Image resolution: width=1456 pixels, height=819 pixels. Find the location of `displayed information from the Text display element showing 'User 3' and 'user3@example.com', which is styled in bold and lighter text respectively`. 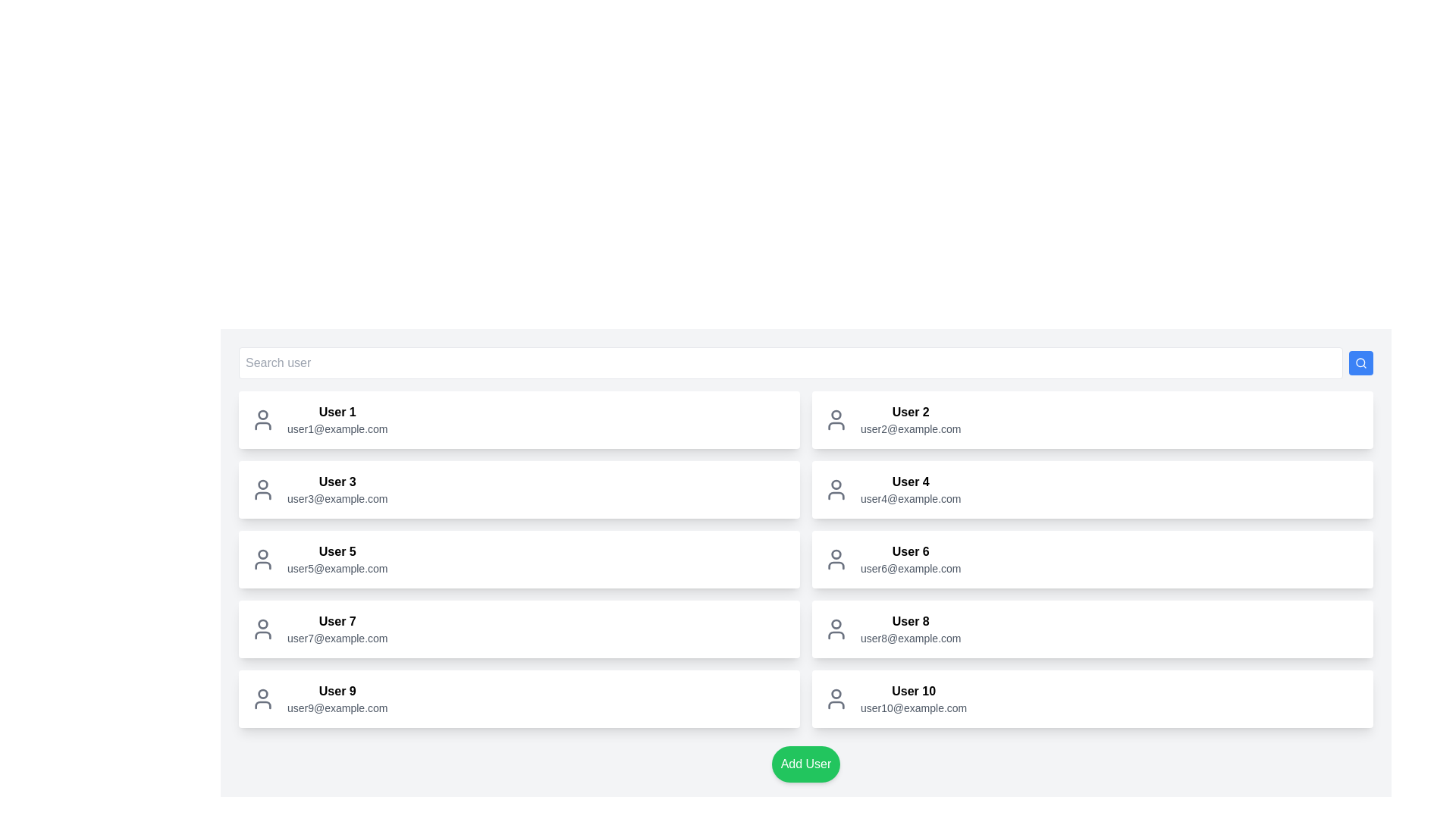

displayed information from the Text display element showing 'User 3' and 'user3@example.com', which is styled in bold and lighter text respectively is located at coordinates (337, 489).